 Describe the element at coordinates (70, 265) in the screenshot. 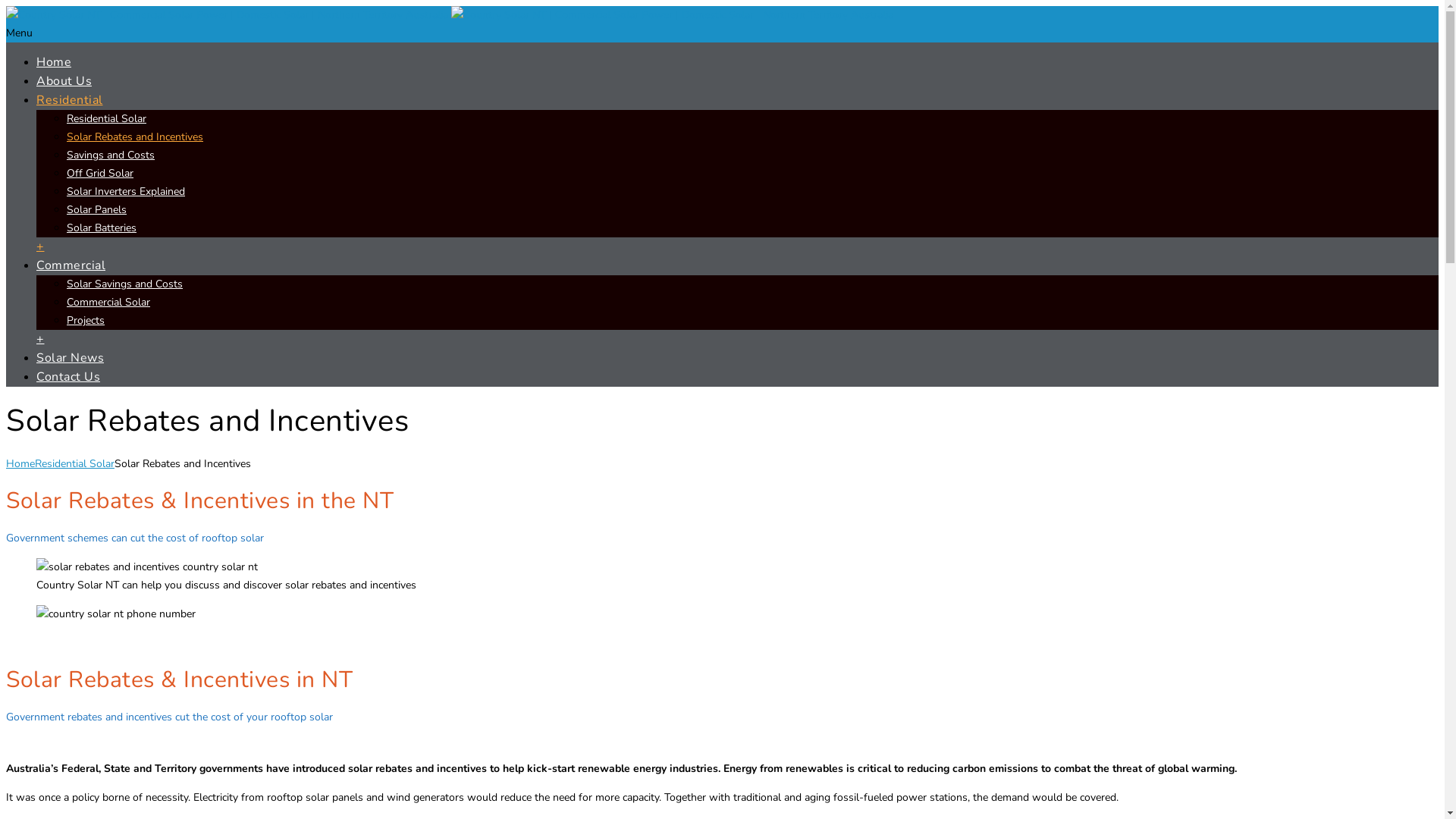

I see `'Commercial'` at that location.